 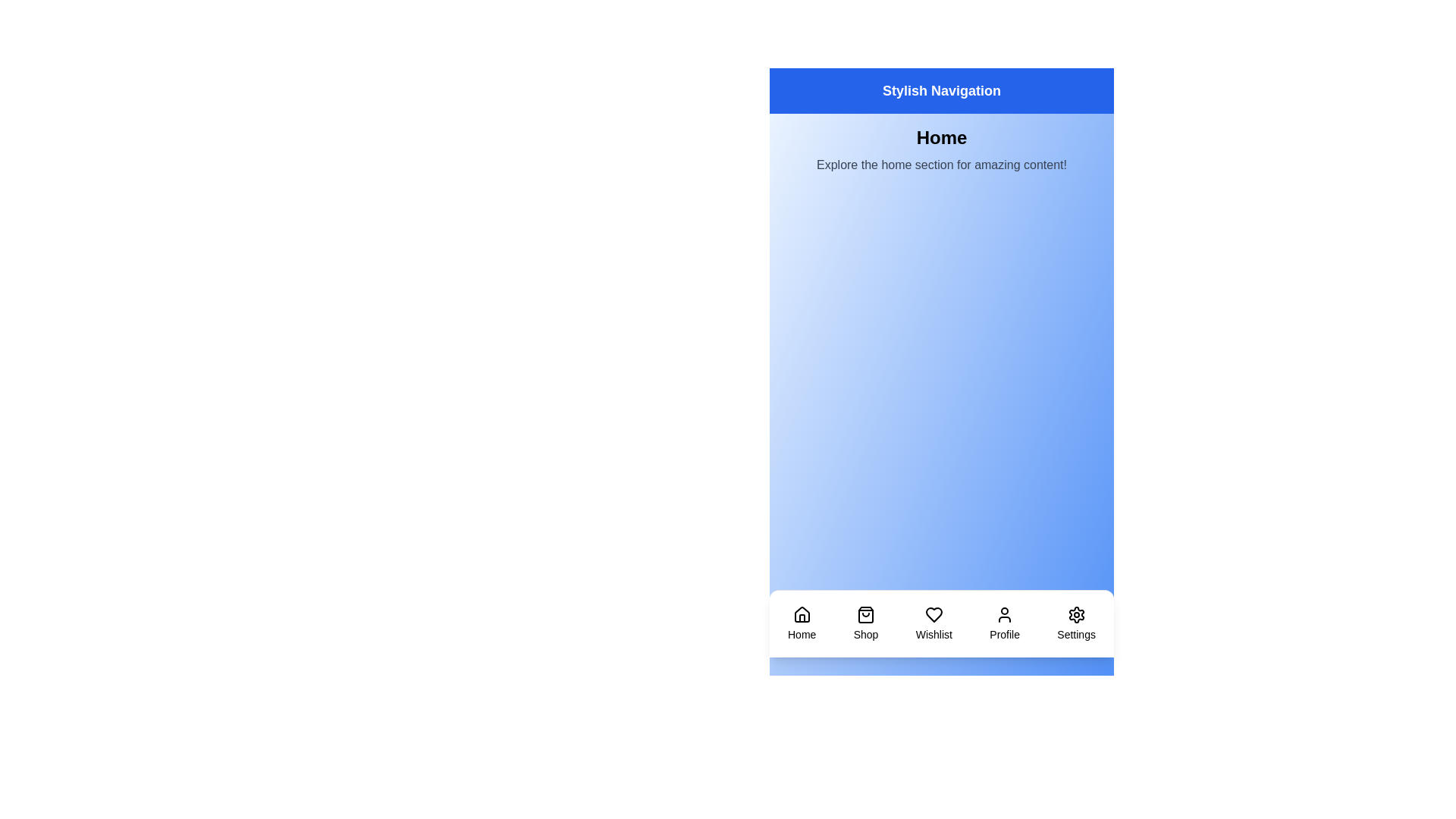 What do you see at coordinates (866, 623) in the screenshot?
I see `the Shop tab in the bottom navigation bar` at bounding box center [866, 623].